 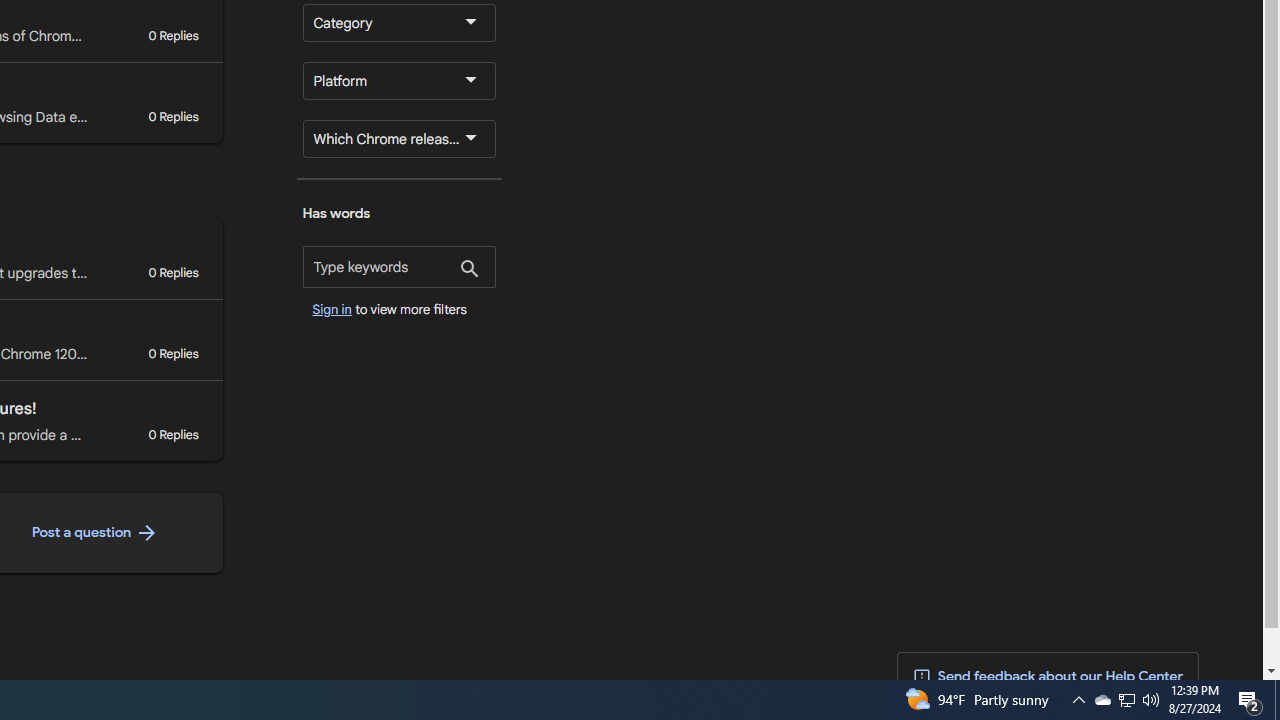 I want to click on 'Post a question ', so click(x=93, y=532).